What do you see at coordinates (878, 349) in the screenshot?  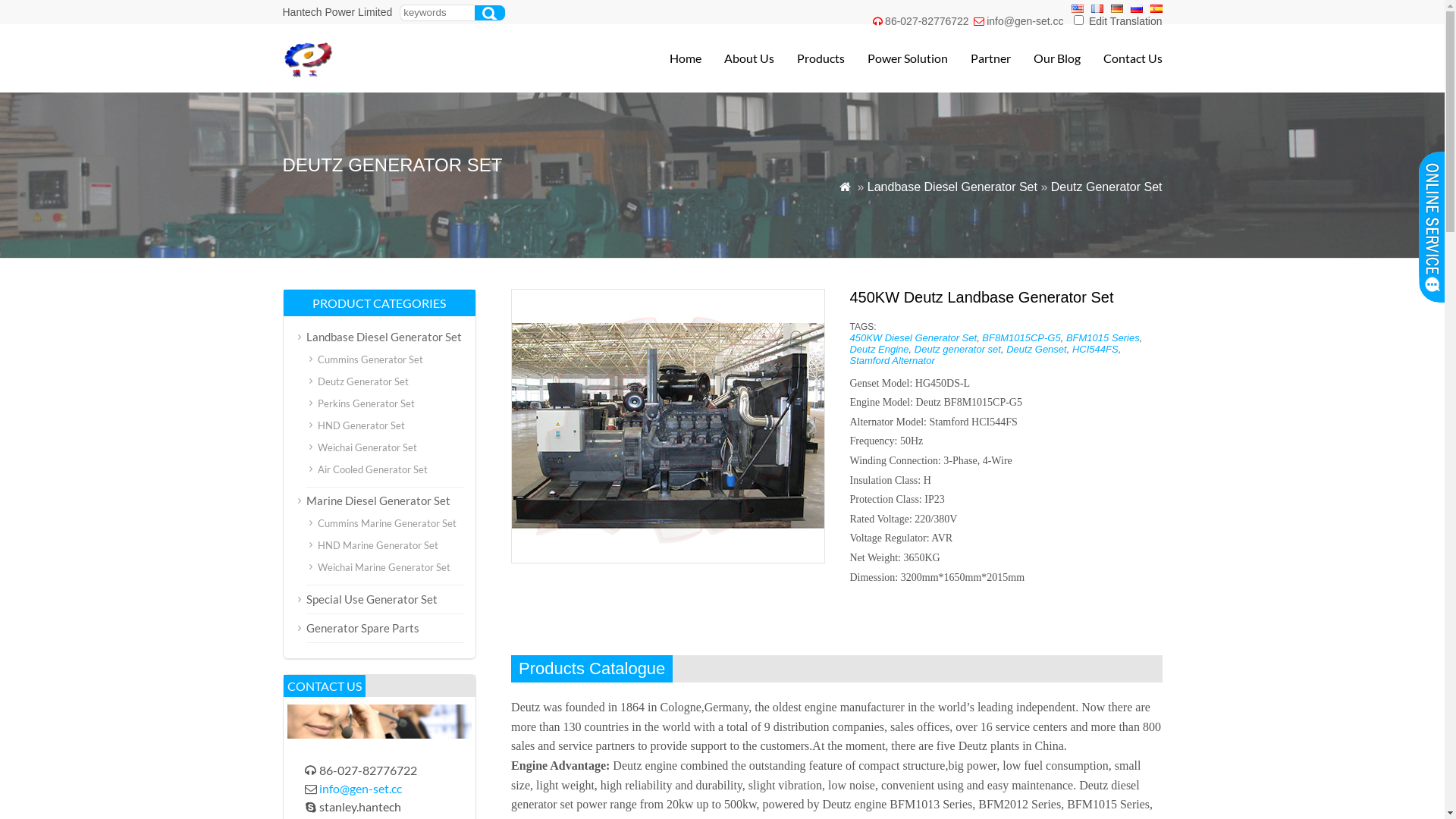 I see `'Deutz Engine'` at bounding box center [878, 349].